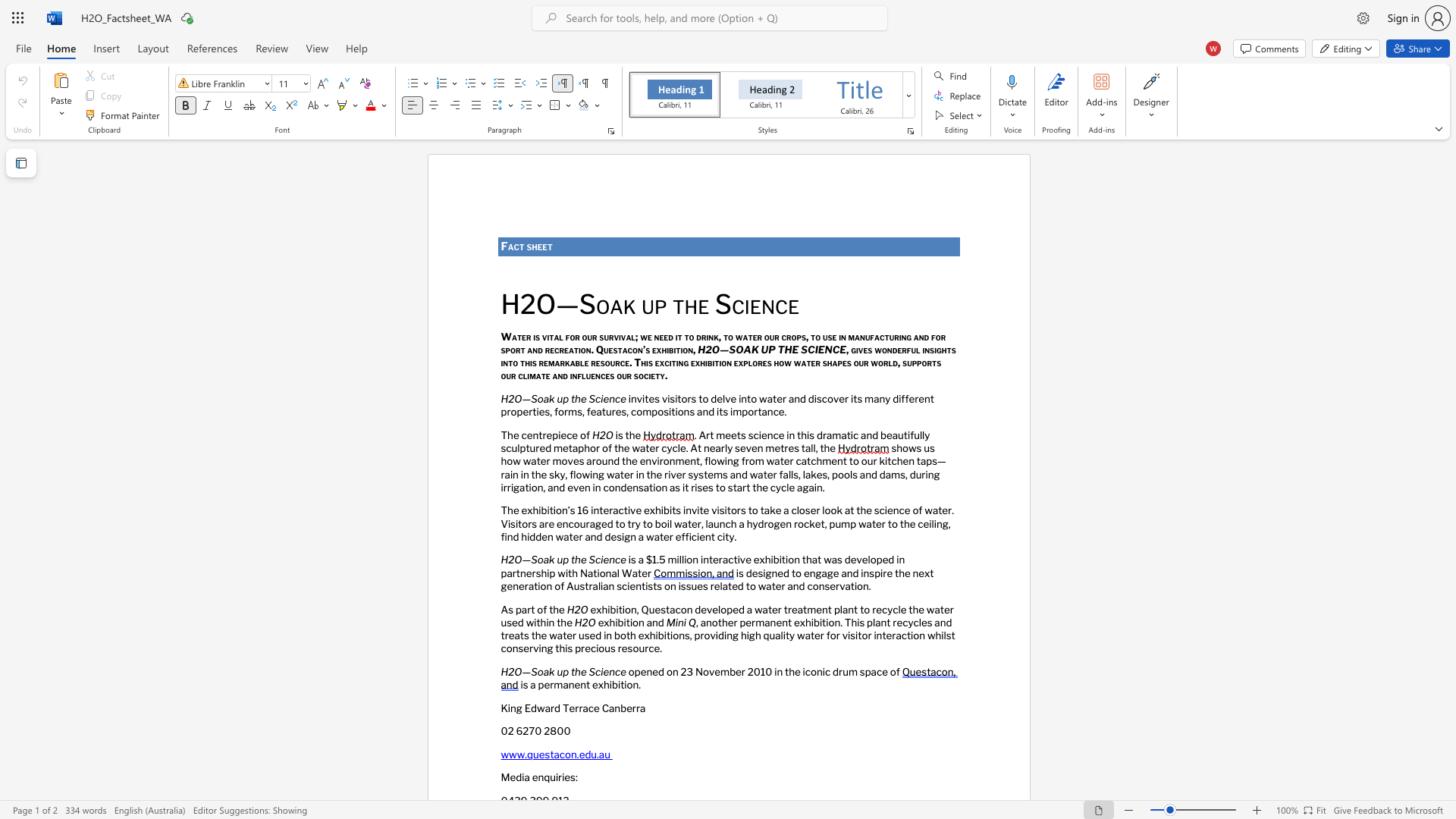 This screenshot has height=819, width=1456. Describe the element at coordinates (761, 305) in the screenshot. I see `the subset text "nc" within the text "H2O—Soak up the Science"` at that location.